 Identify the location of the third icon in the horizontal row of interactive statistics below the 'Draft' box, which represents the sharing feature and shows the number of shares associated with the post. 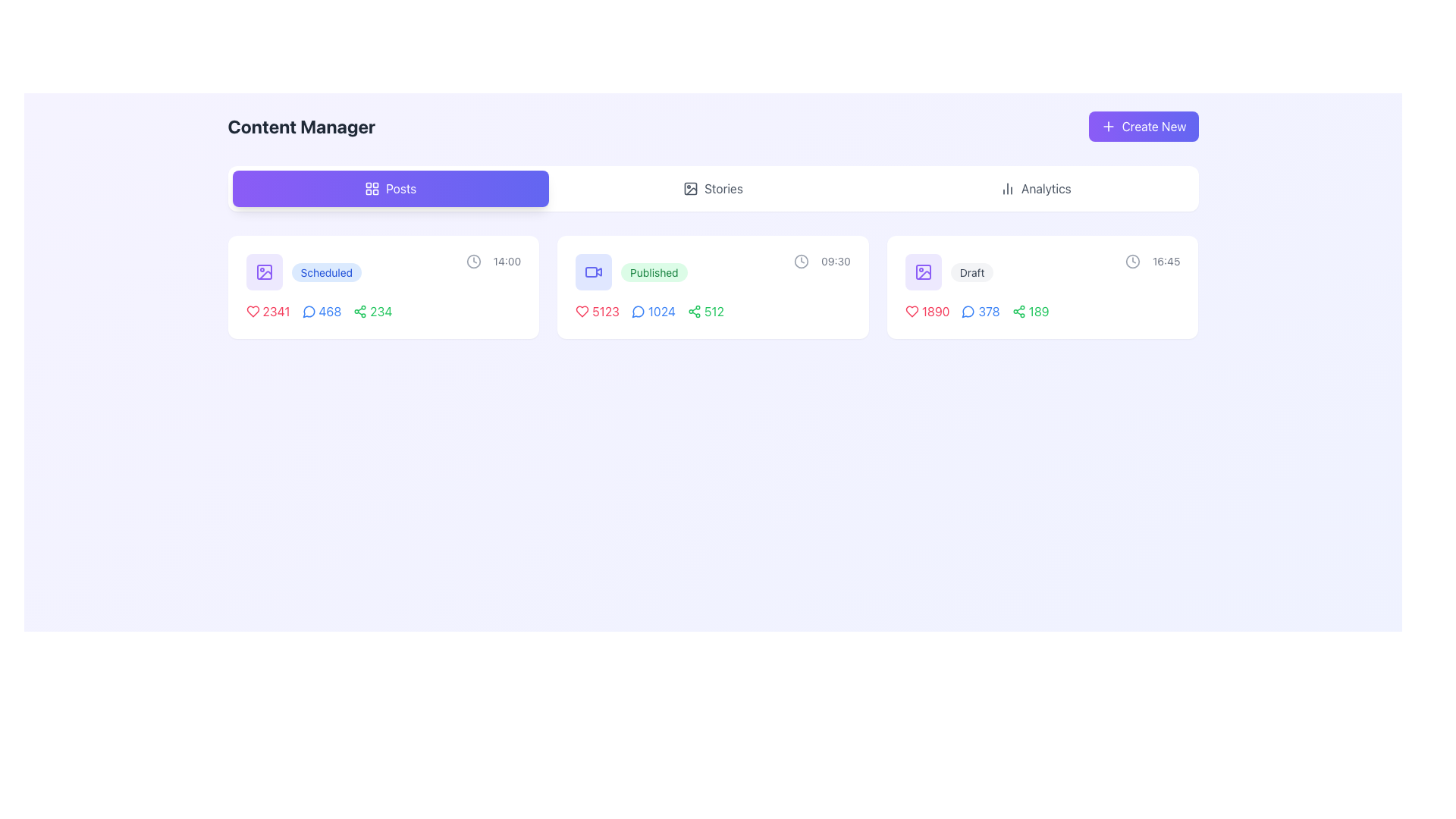
(1042, 311).